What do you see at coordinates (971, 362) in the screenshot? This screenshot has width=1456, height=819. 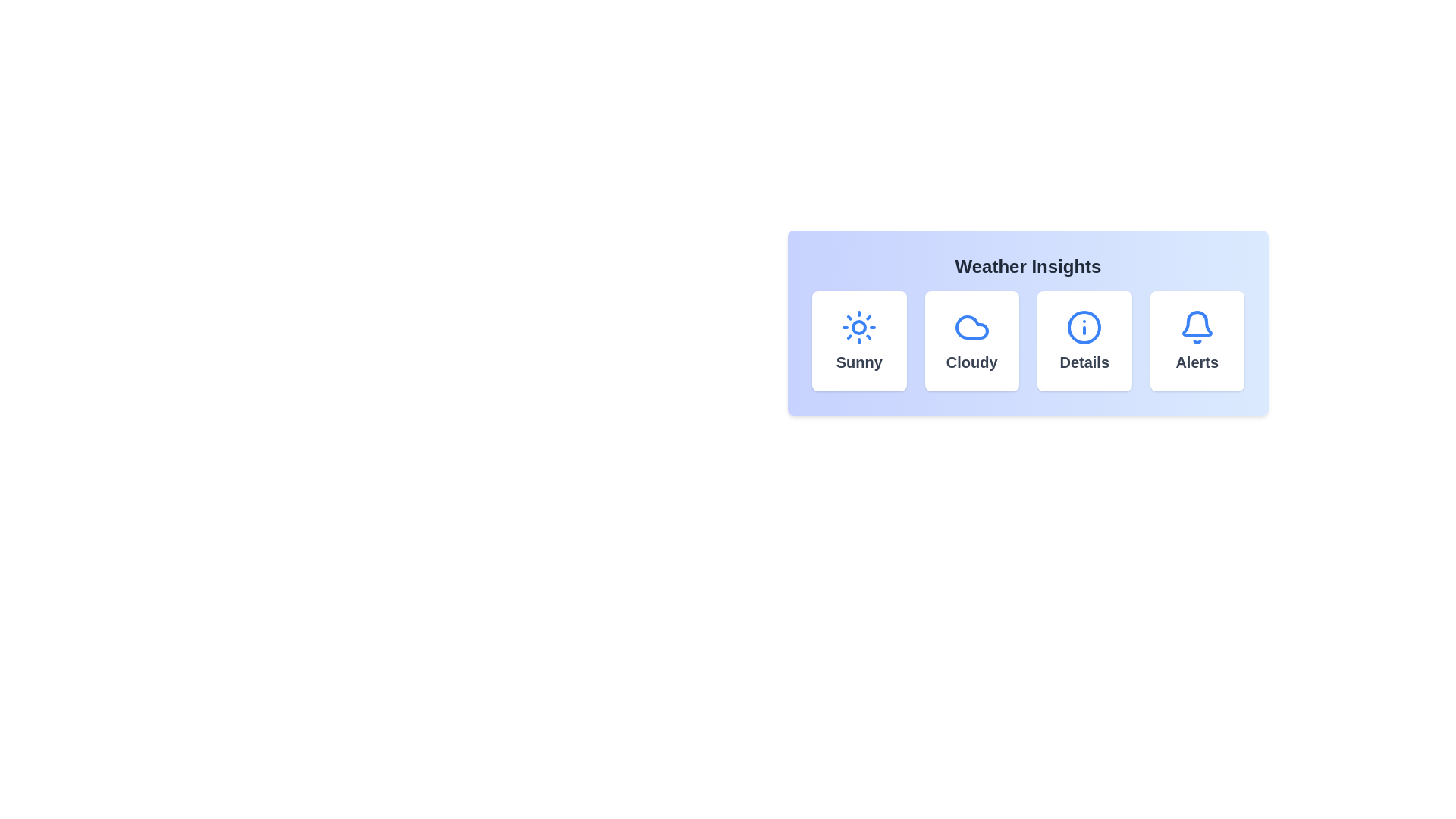 I see `the non-interactive label that displays the text 'Cloudy' in the second card from the left in a horizontal row of weather cards` at bounding box center [971, 362].